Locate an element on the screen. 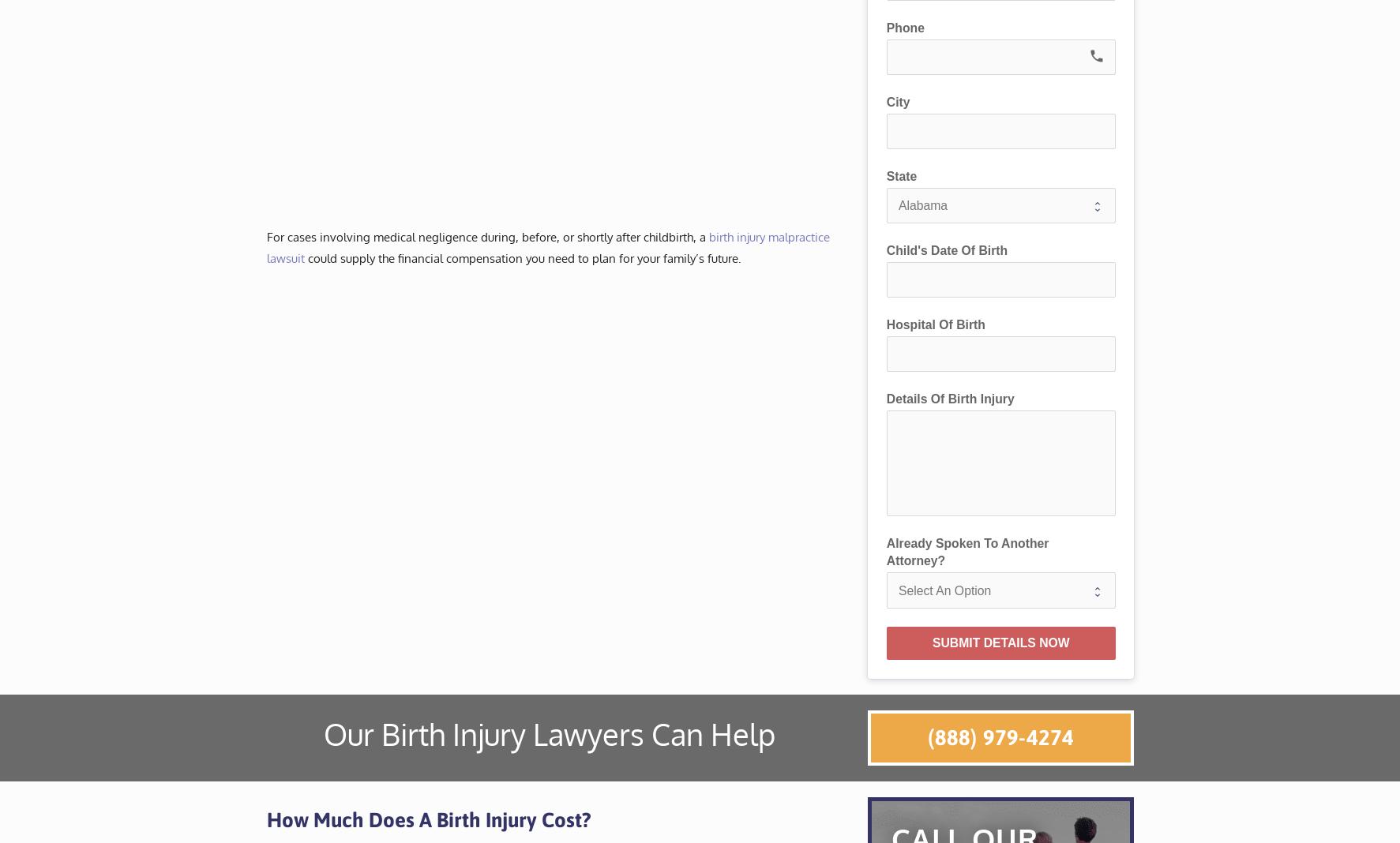  'Minnesota' is located at coordinates (716, 97).